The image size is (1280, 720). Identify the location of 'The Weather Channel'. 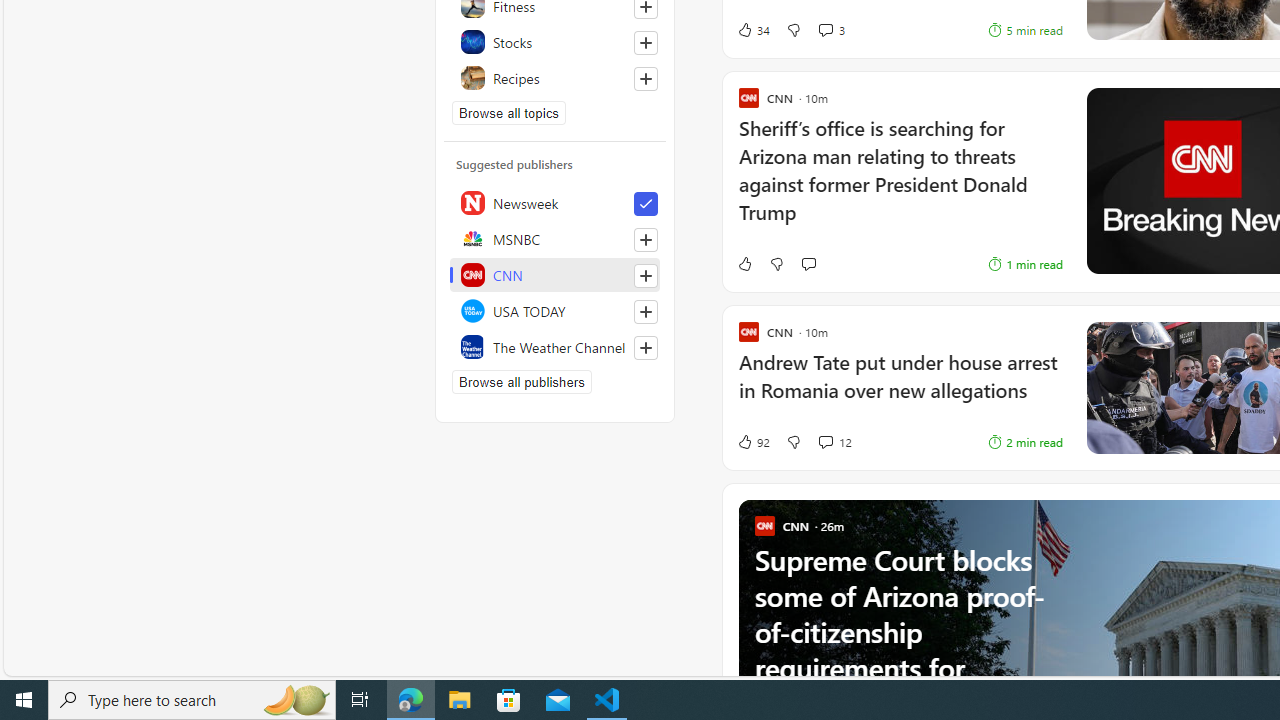
(555, 346).